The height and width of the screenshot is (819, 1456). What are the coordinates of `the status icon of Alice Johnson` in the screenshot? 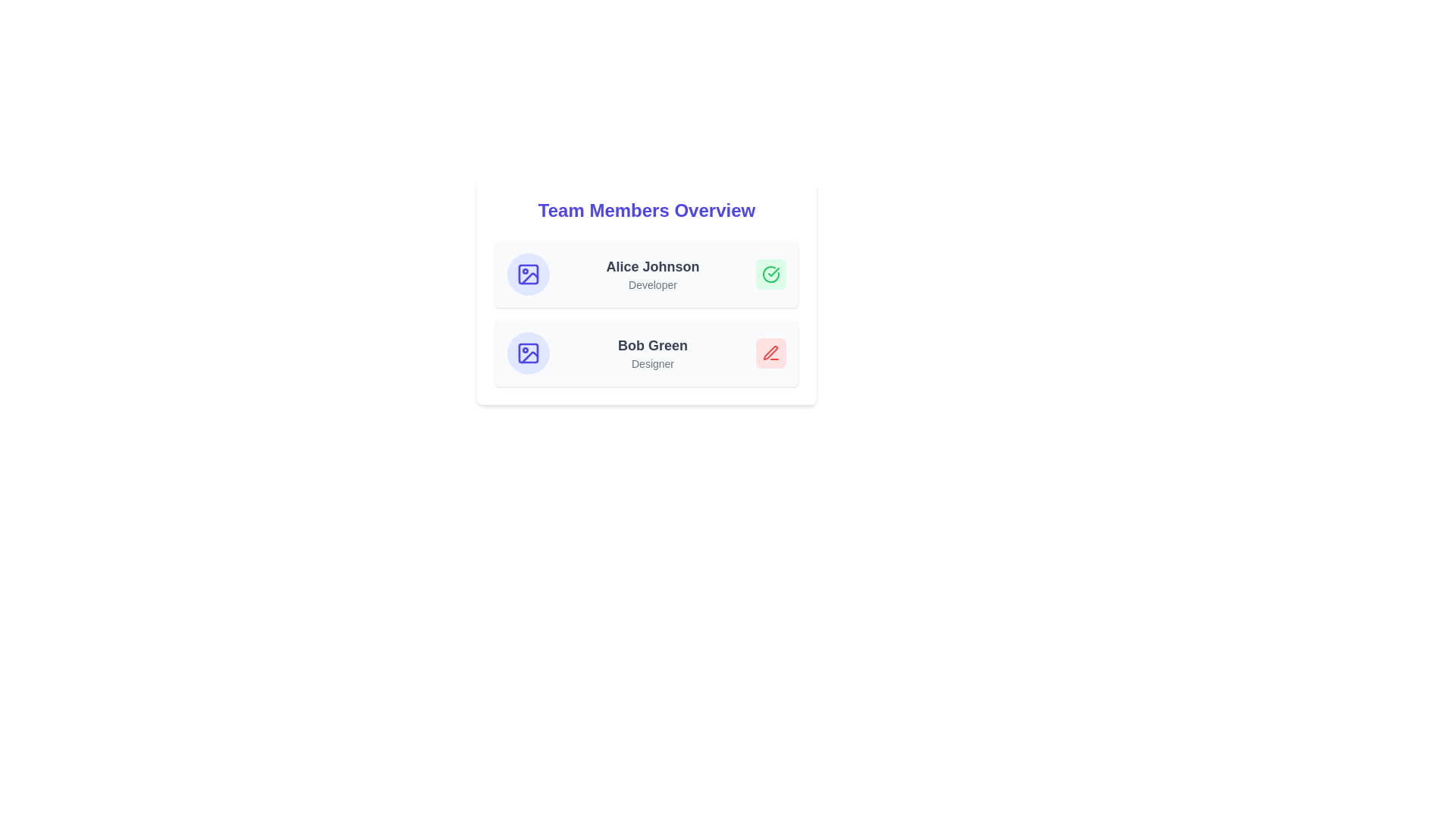 It's located at (771, 275).